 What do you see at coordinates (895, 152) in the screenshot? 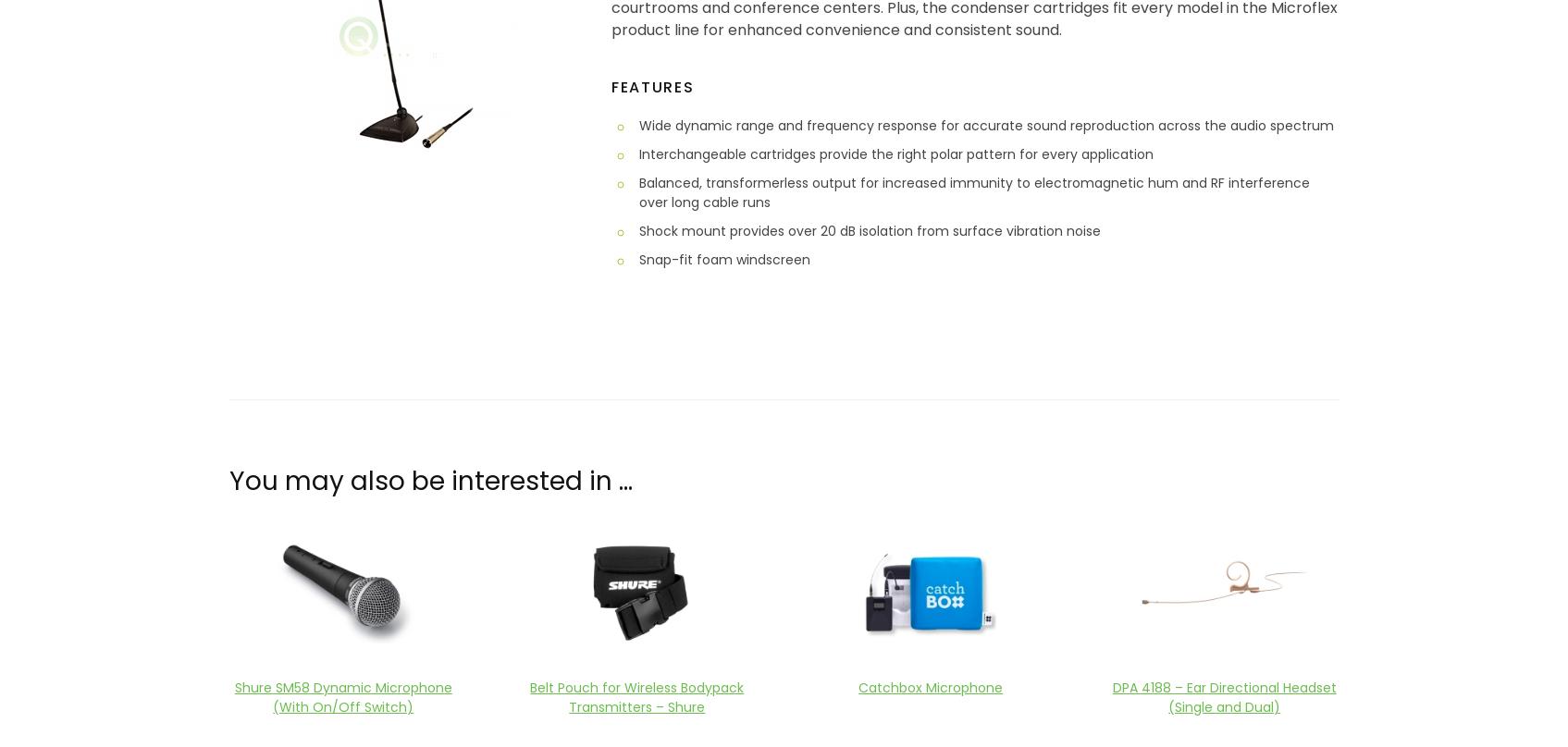
I see `'Interchangeable cartridges provide the right polar pattern for every application'` at bounding box center [895, 152].